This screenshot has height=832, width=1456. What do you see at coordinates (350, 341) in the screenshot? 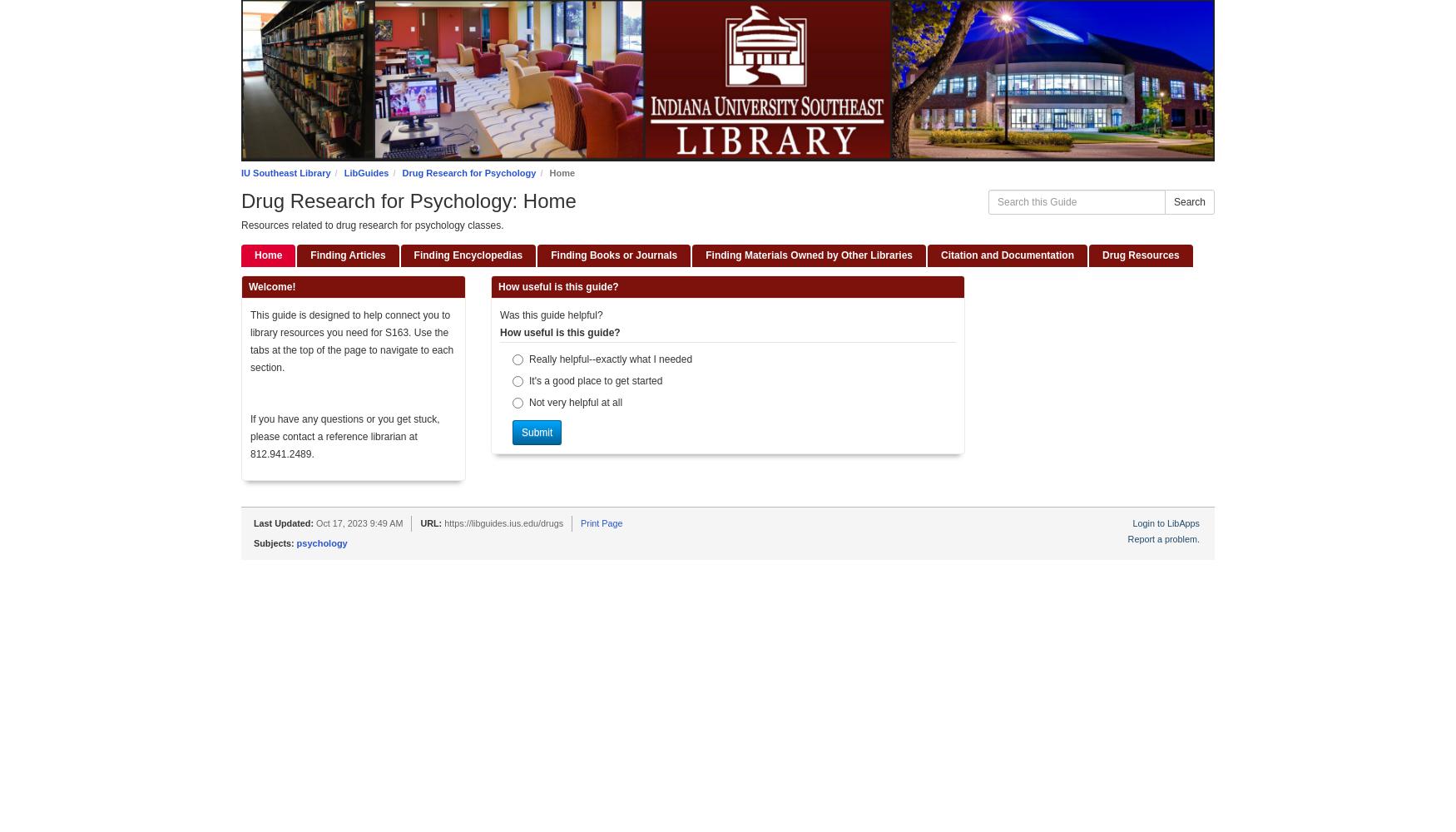
I see `'This guide is designed to help connect you to library resources you need for S163. Use the tabs at the top of the page to navigate to each section.'` at bounding box center [350, 341].